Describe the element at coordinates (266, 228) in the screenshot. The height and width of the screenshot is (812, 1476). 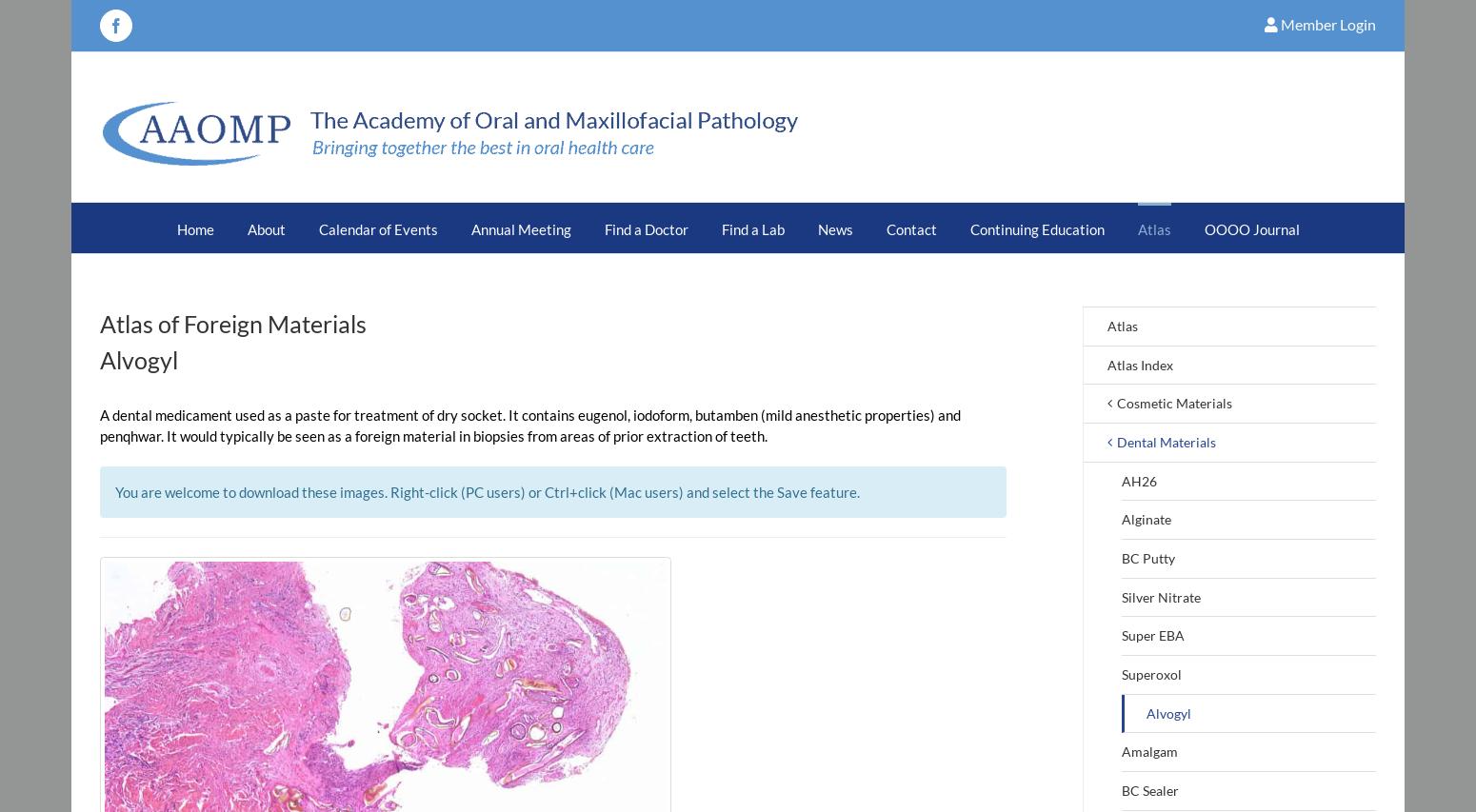
I see `'About'` at that location.